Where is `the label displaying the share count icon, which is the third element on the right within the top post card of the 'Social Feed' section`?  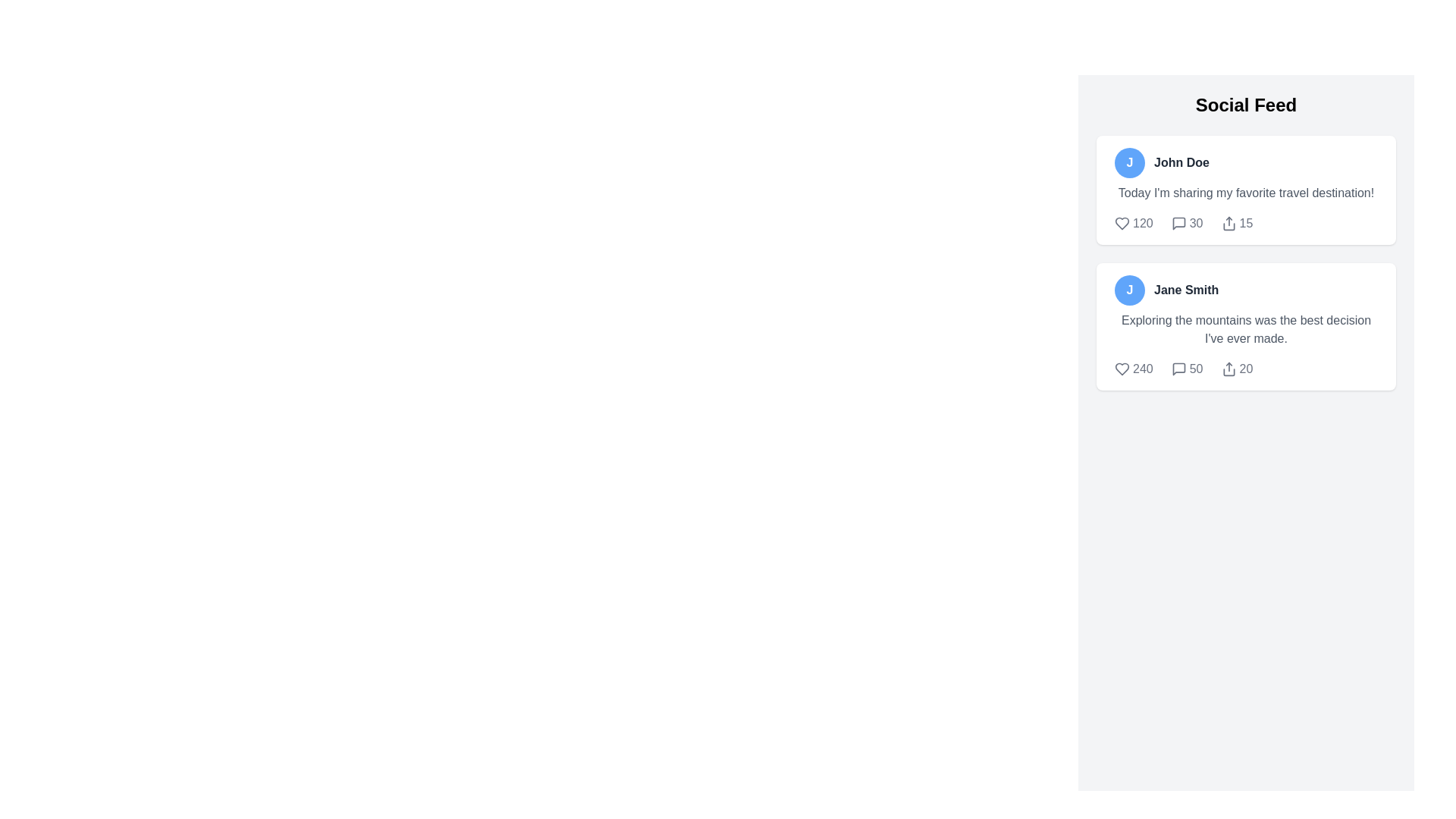 the label displaying the share count icon, which is the third element on the right within the top post card of the 'Social Feed' section is located at coordinates (1237, 223).